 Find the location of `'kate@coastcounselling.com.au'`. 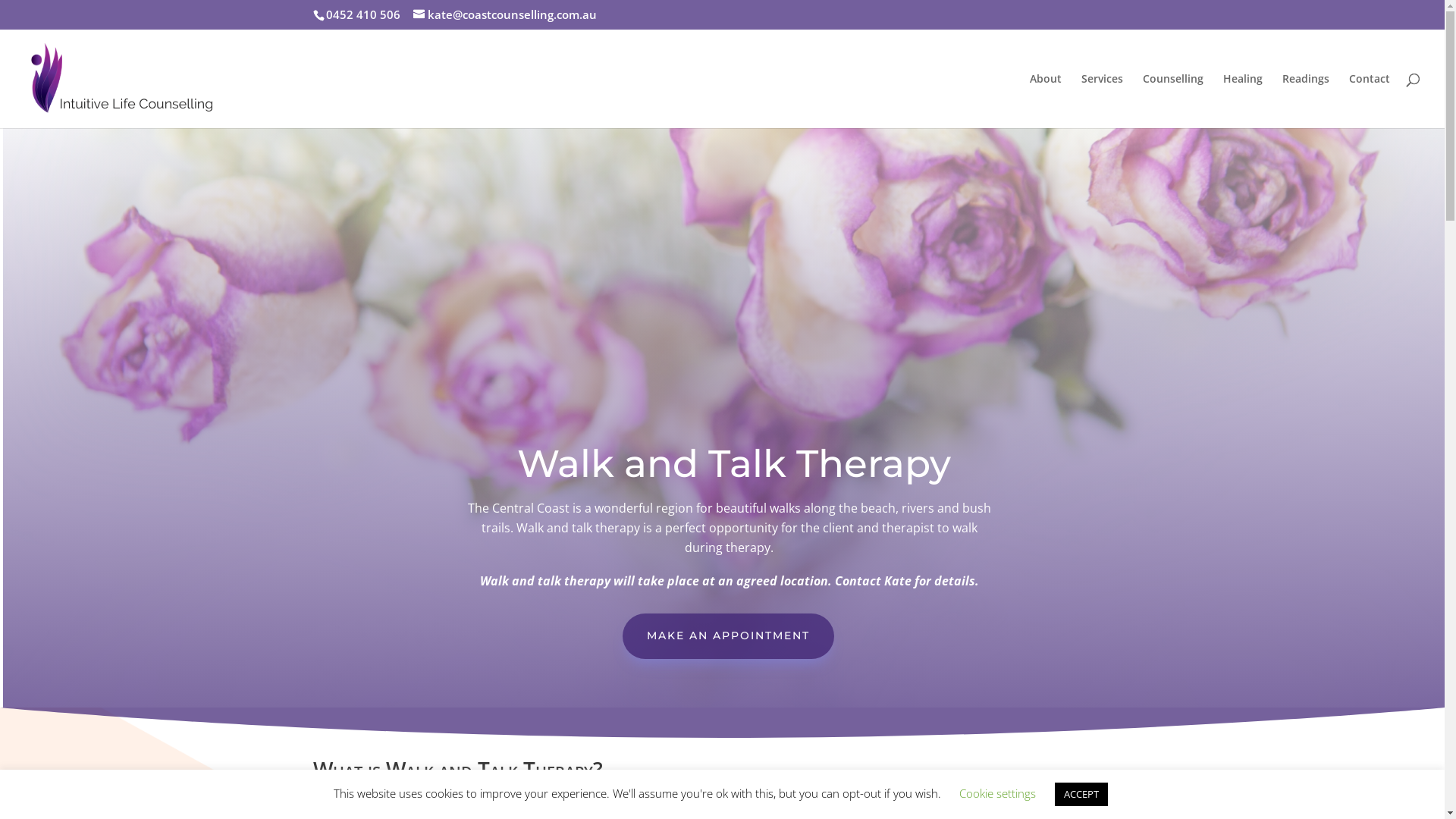

'kate@coastcounselling.com.au' is located at coordinates (504, 14).